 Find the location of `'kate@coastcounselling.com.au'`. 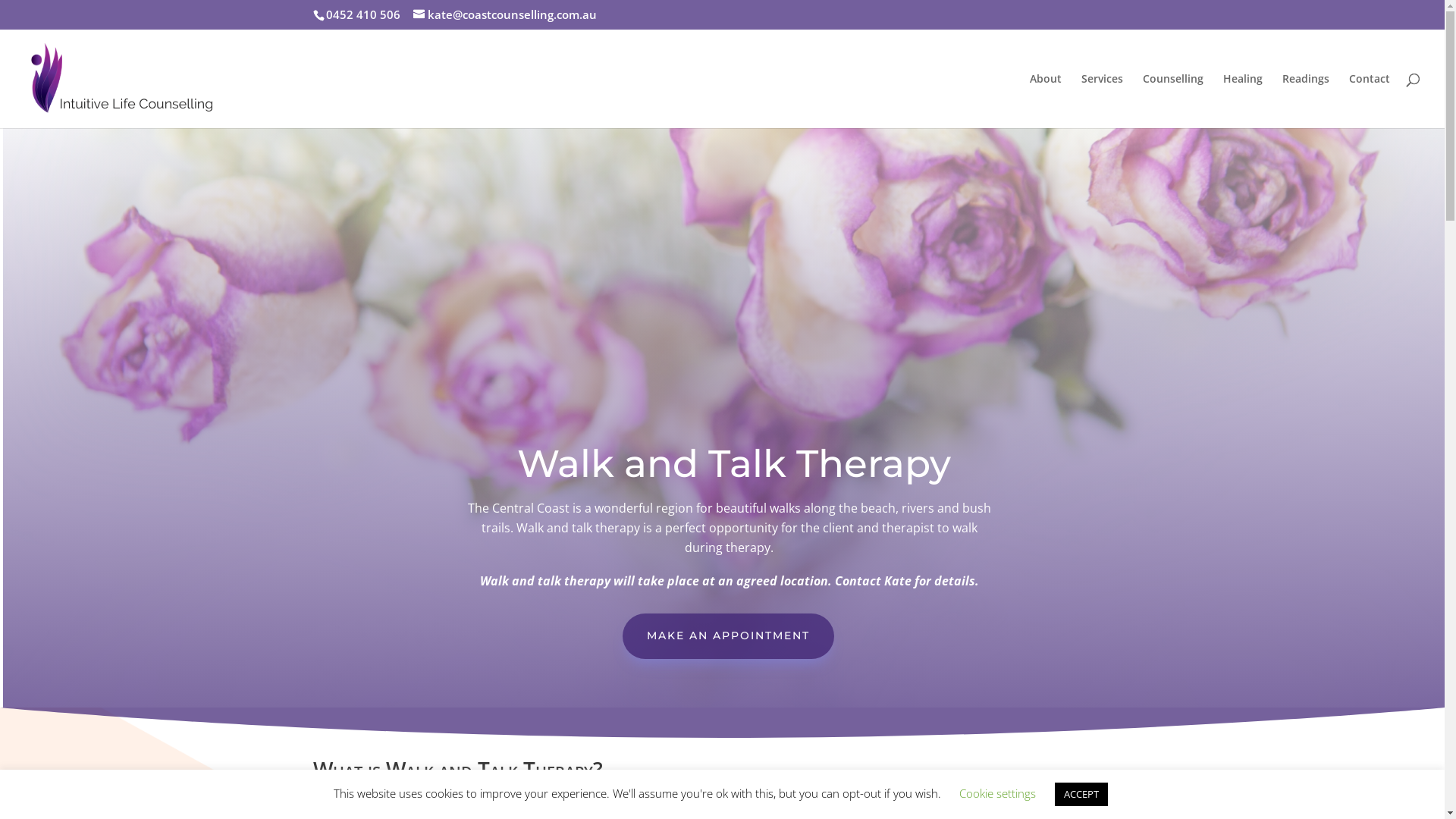

'kate@coastcounselling.com.au' is located at coordinates (504, 14).